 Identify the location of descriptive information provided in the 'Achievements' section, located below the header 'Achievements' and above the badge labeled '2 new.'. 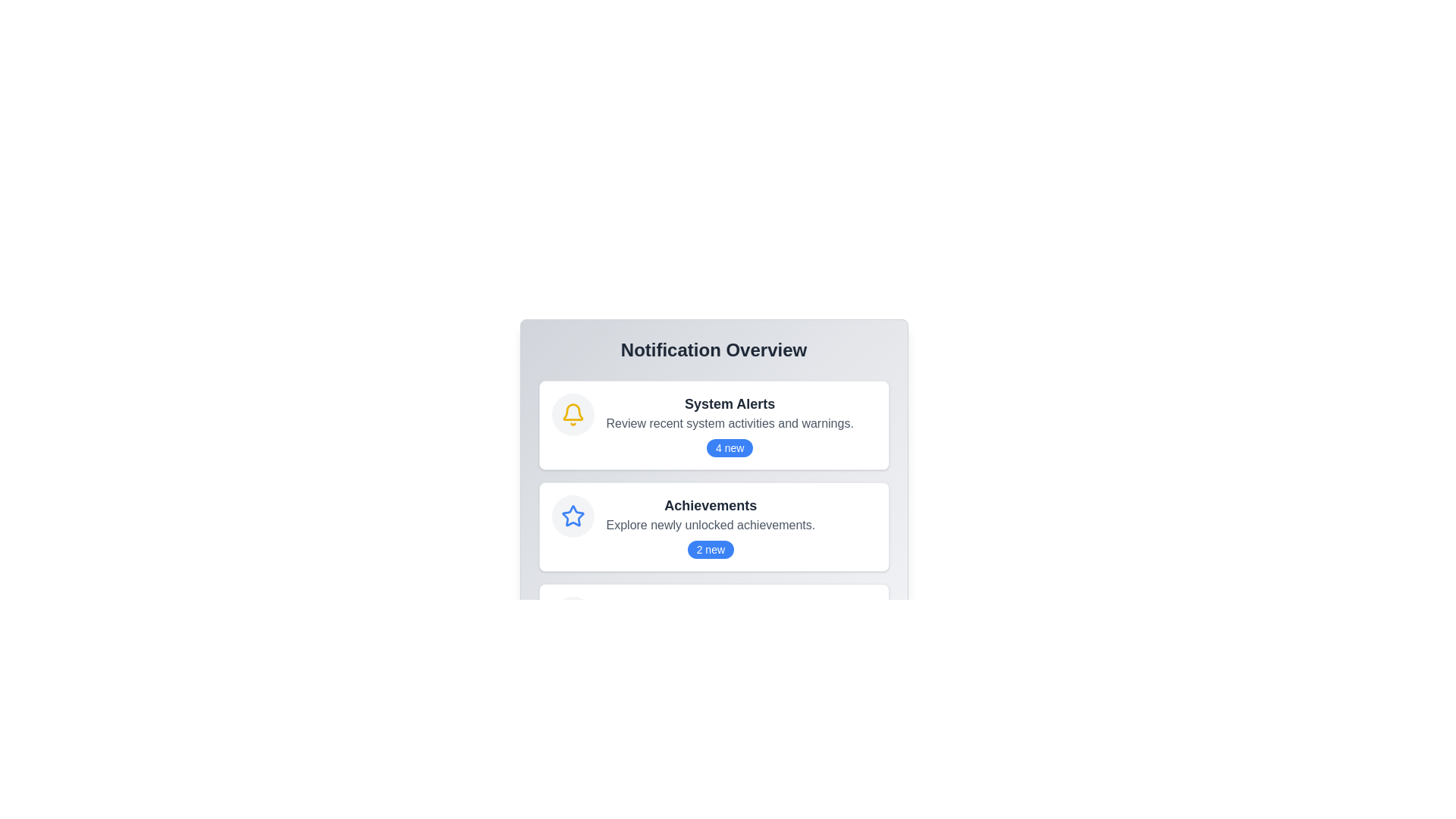
(710, 525).